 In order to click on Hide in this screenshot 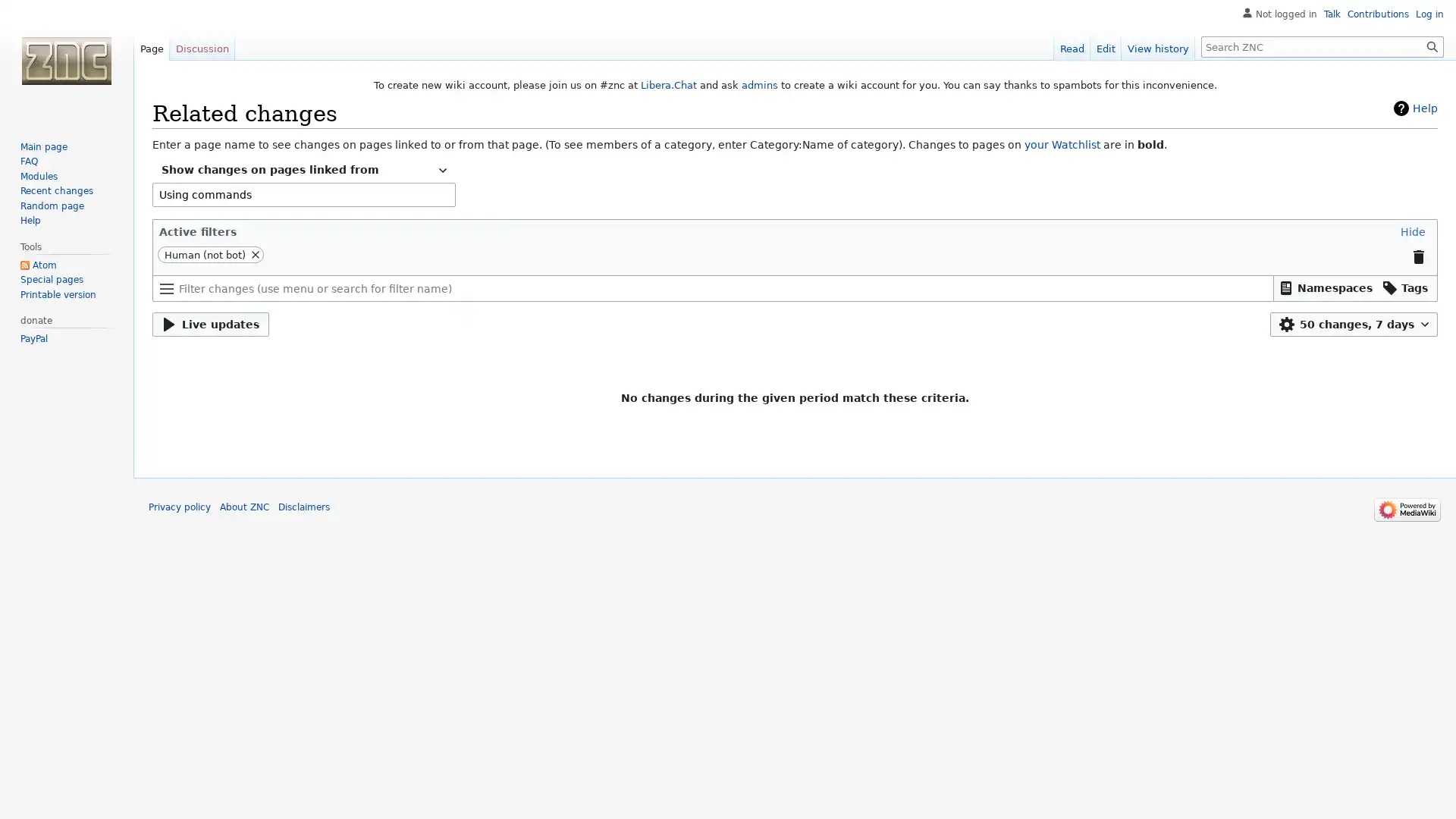, I will do `click(1411, 231)`.